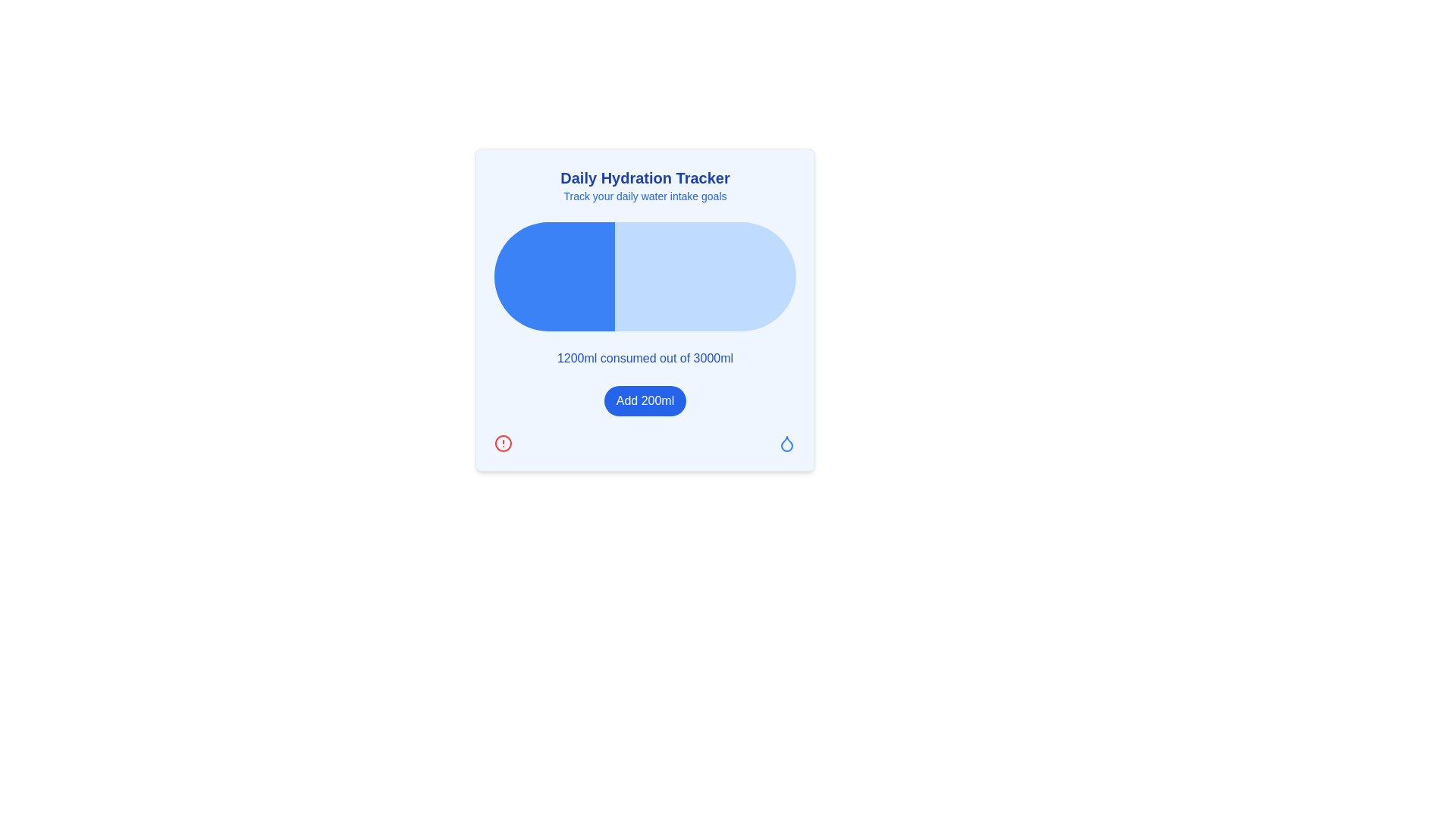 This screenshot has height=819, width=1456. What do you see at coordinates (645, 400) in the screenshot?
I see `the button that adds 200ml to the water intake counter, located beneath the text '1200ml consumed out of 3000ml'` at bounding box center [645, 400].